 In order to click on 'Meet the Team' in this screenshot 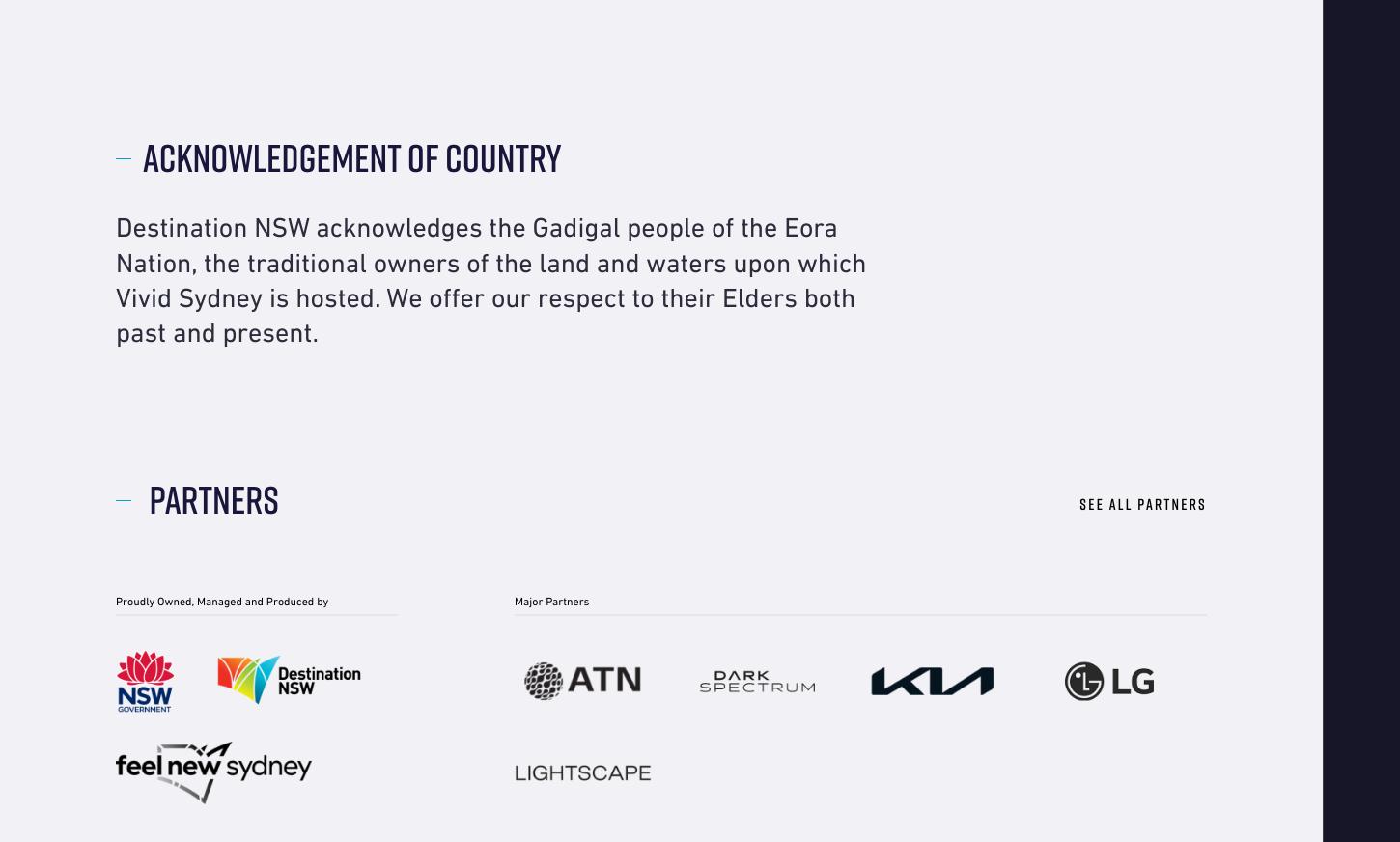, I will do `click(156, 75)`.